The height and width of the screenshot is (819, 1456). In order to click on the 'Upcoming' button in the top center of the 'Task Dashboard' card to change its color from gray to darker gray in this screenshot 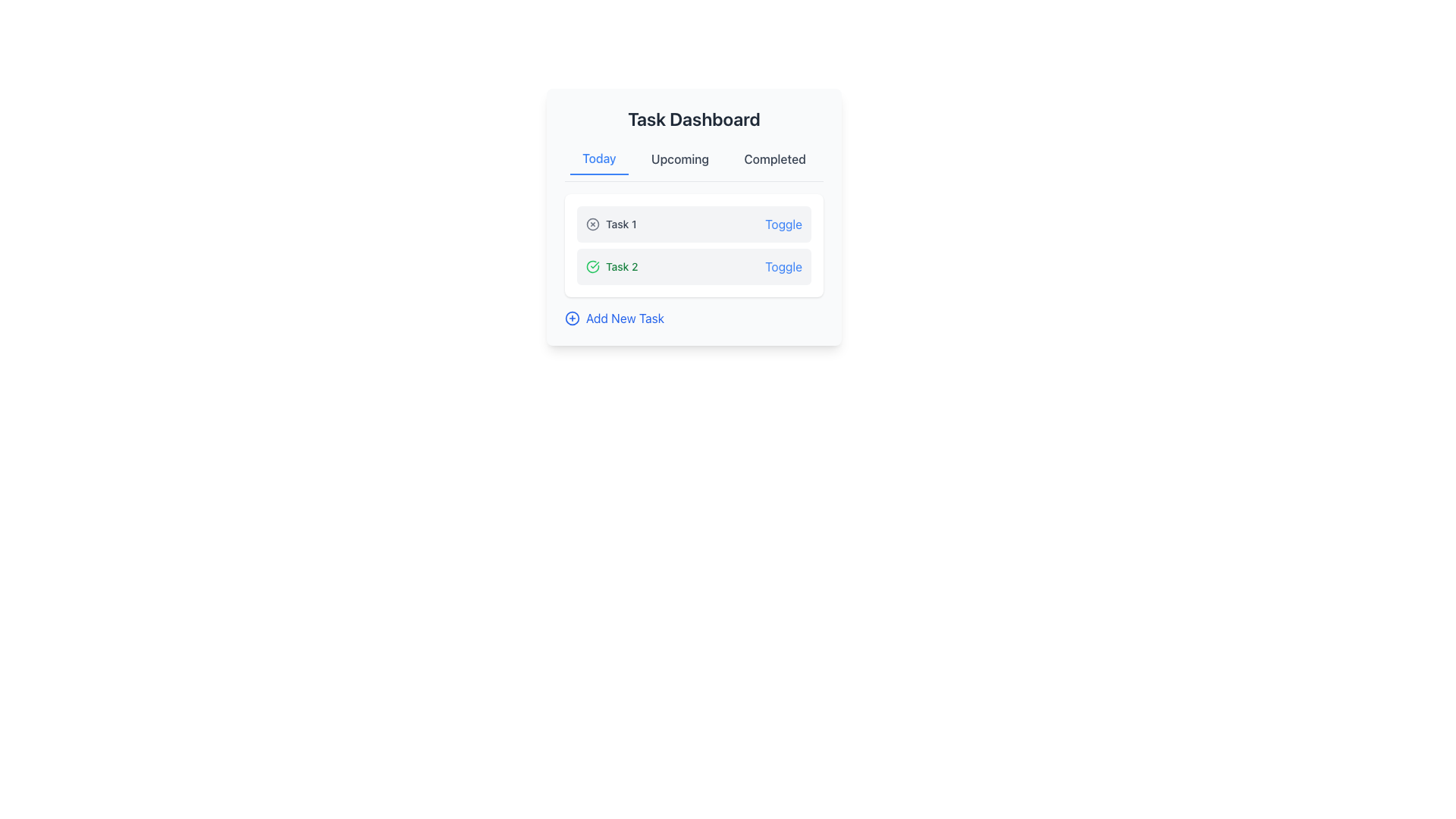, I will do `click(679, 158)`.